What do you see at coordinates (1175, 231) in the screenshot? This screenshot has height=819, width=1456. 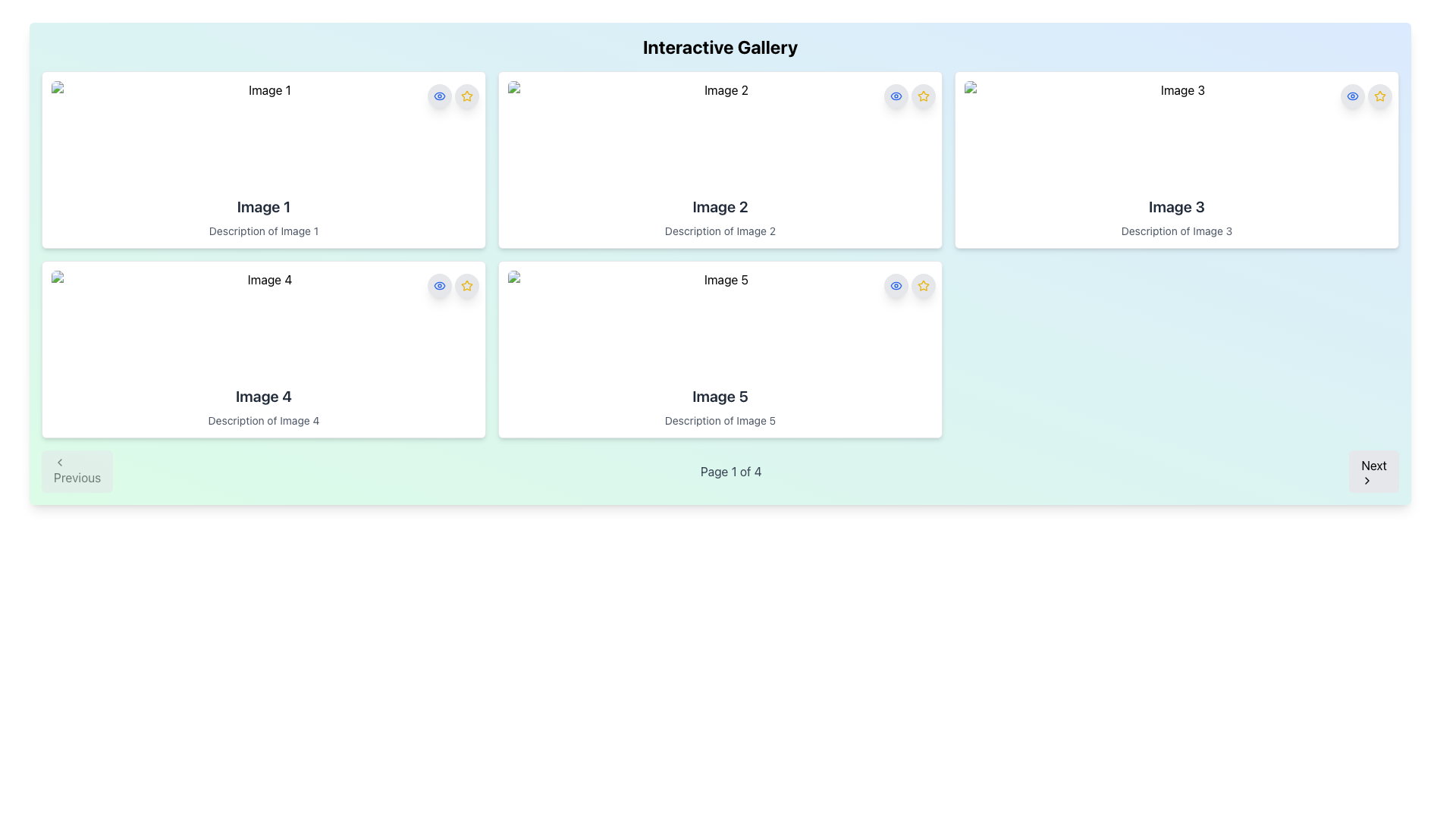 I see `the static text label displaying 'Description of Image 3' in a small, gray-colored font, located directly below the 'Image 3' title in the rightmost column of the gallery` at bounding box center [1175, 231].